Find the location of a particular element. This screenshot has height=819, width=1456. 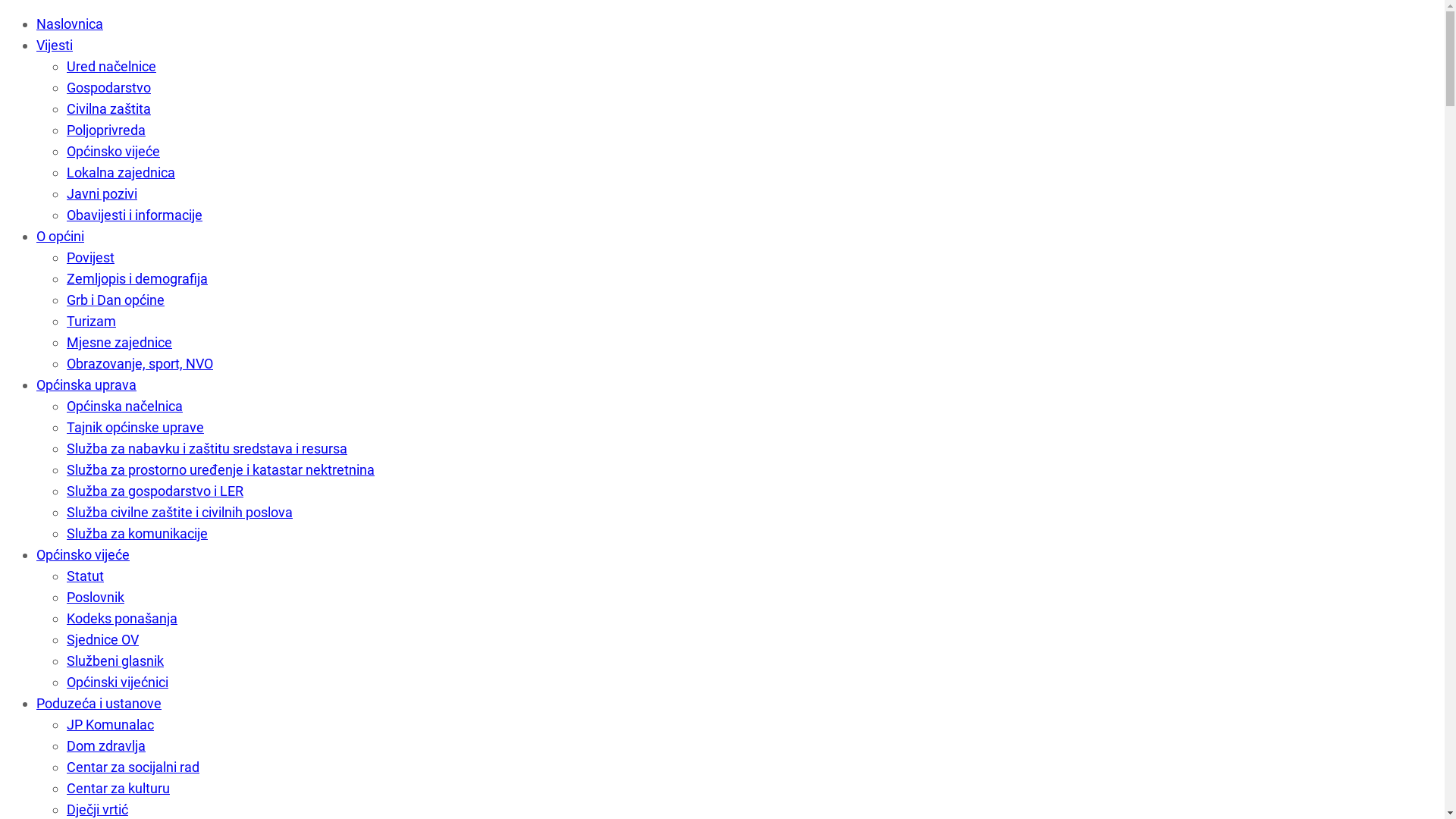

'Povijest' is located at coordinates (89, 256).